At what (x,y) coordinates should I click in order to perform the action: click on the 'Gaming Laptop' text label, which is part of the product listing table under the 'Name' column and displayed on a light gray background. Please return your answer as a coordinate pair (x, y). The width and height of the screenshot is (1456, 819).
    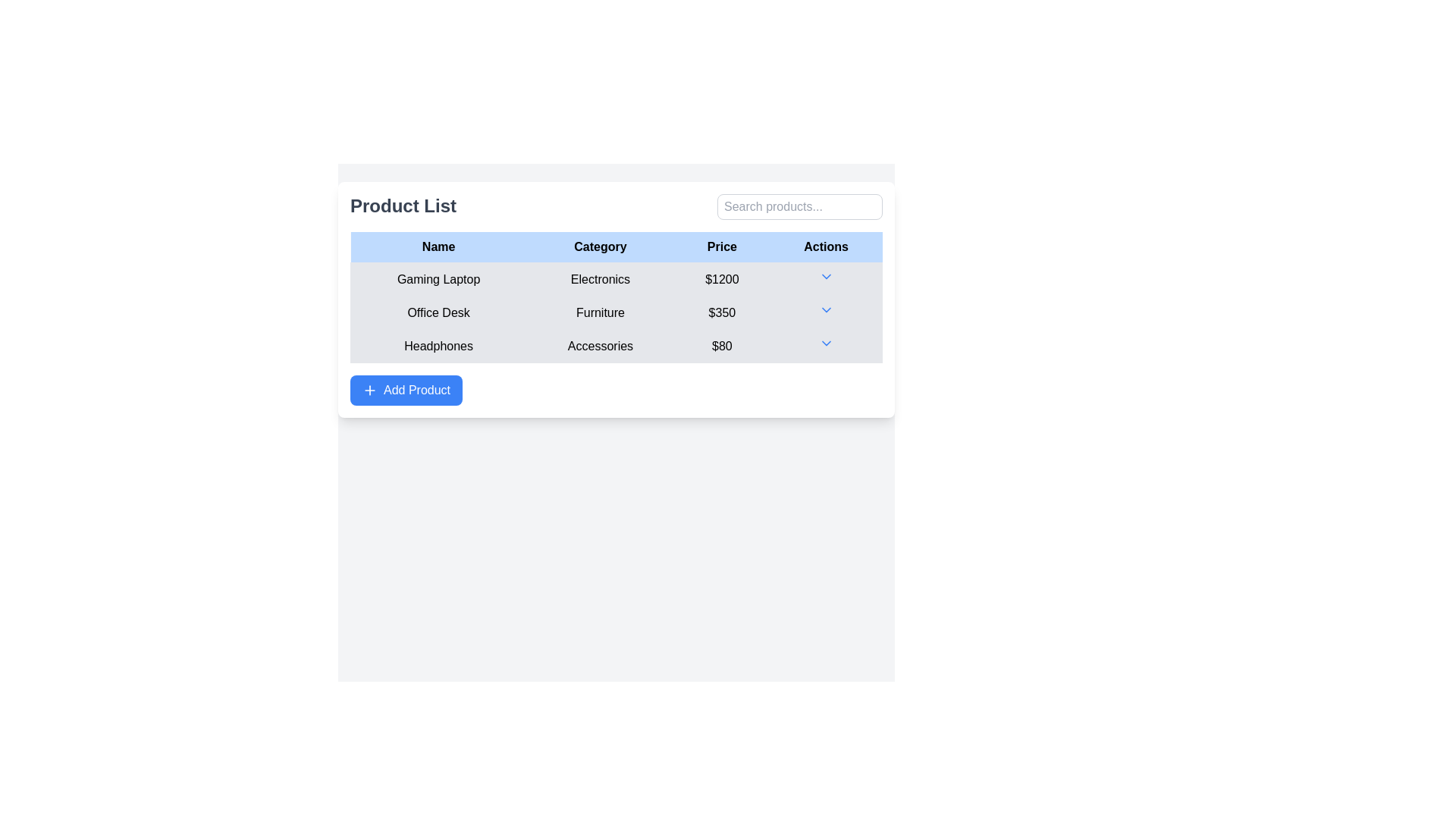
    Looking at the image, I should click on (438, 279).